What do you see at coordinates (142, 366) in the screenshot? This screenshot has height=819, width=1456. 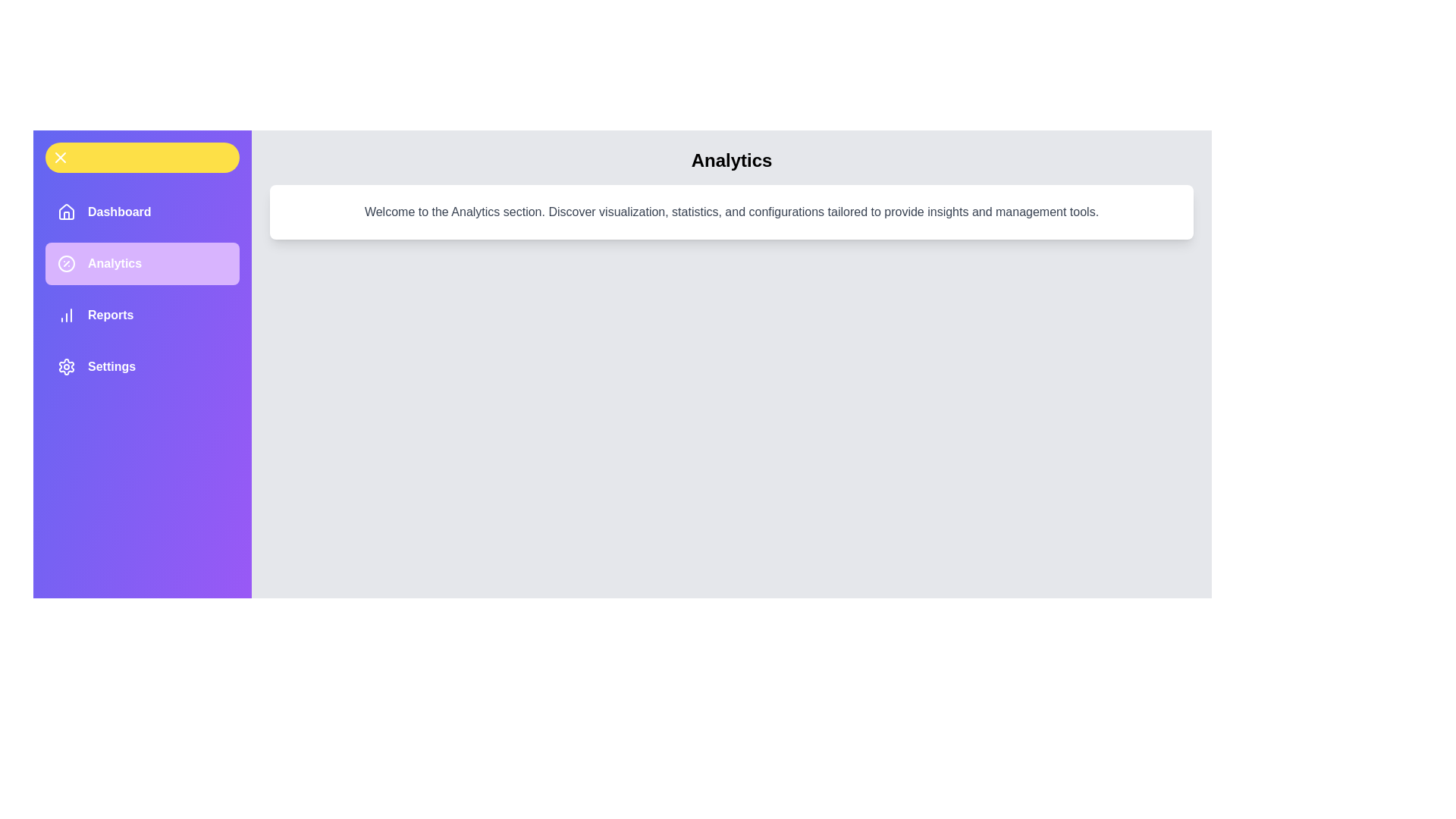 I see `the menu item labeled Settings to observe its hover effect` at bounding box center [142, 366].